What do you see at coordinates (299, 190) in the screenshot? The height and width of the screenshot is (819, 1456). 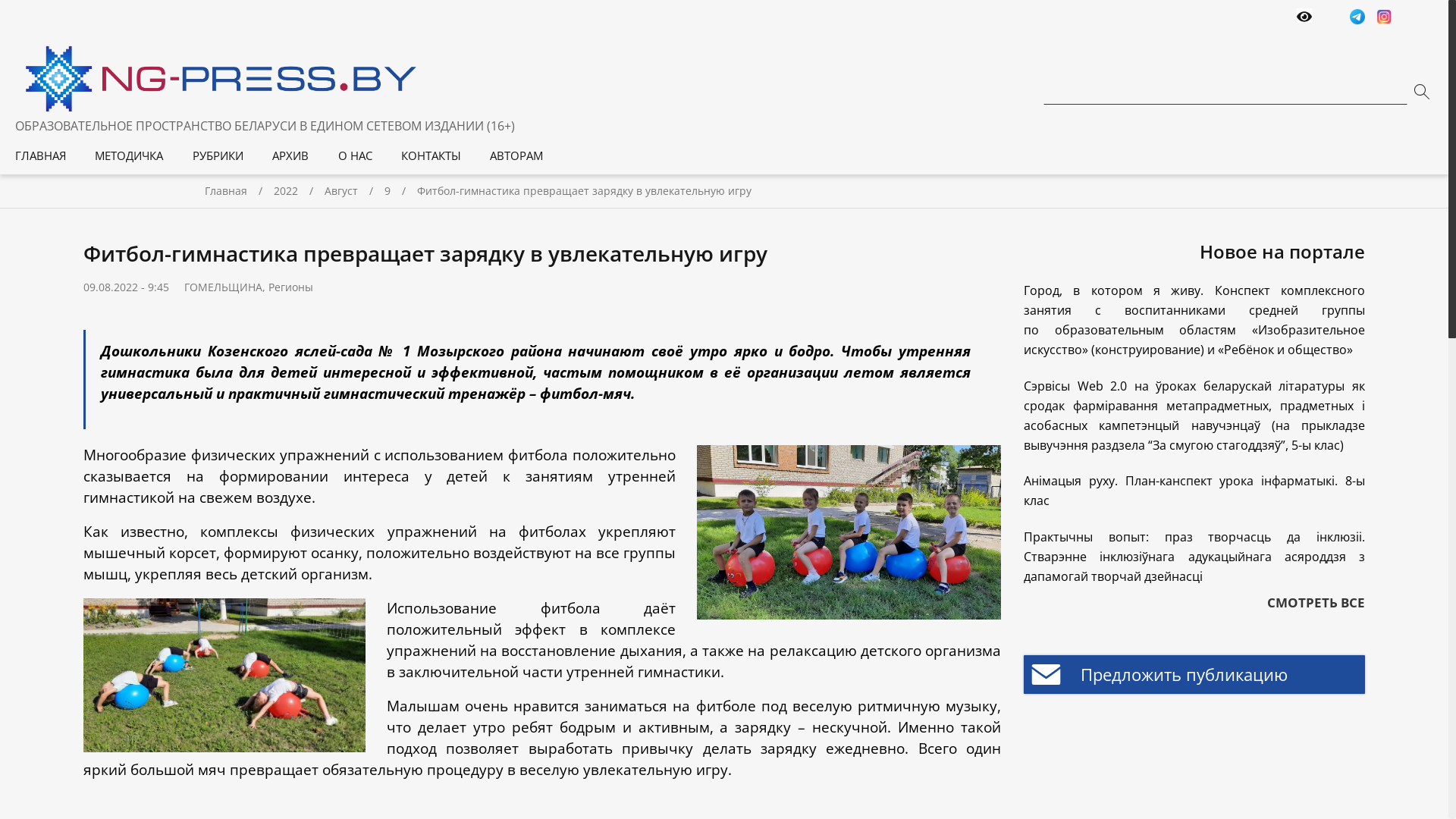 I see `'2022'` at bounding box center [299, 190].